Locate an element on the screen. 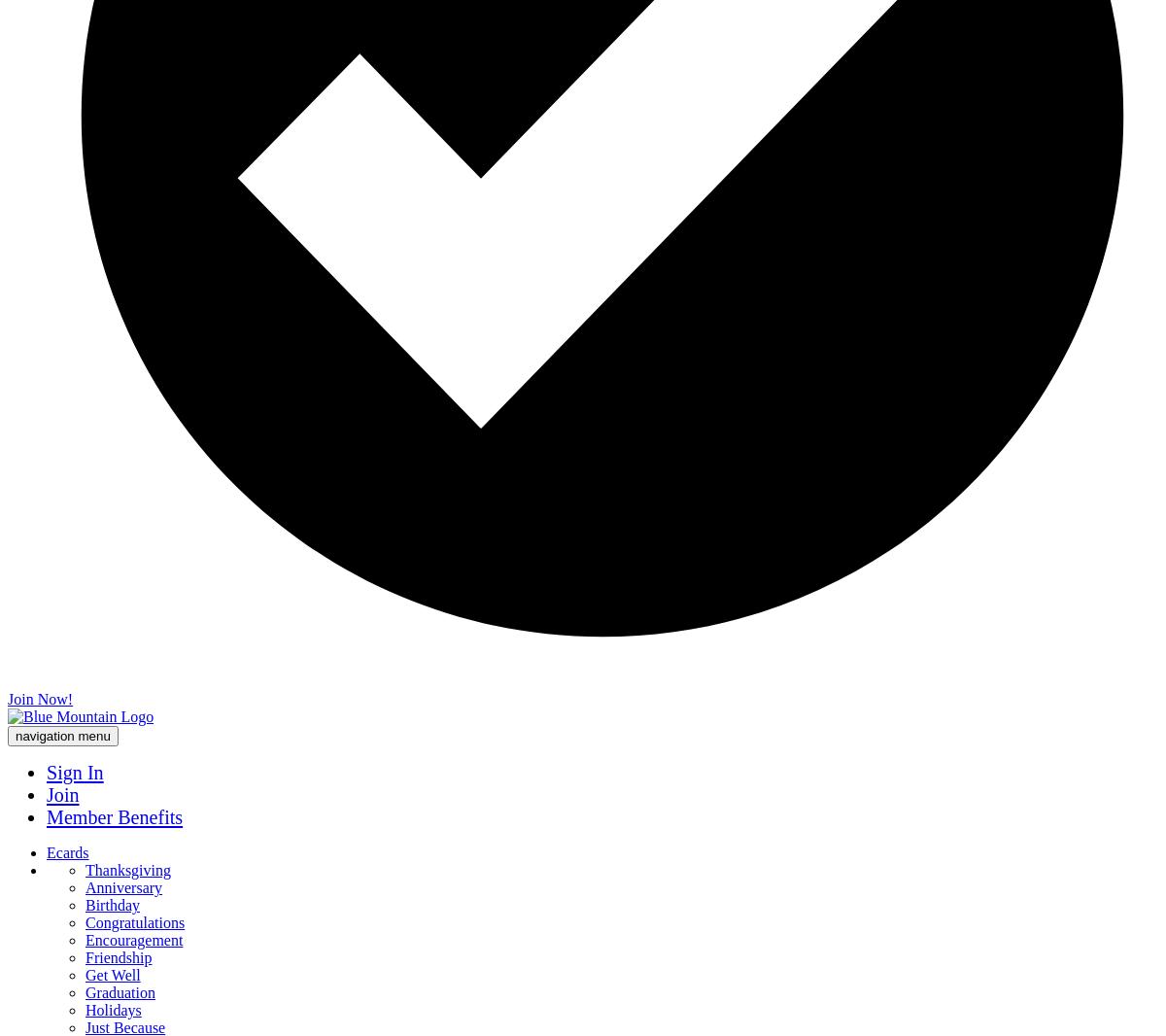  'navigation menu' is located at coordinates (62, 735).